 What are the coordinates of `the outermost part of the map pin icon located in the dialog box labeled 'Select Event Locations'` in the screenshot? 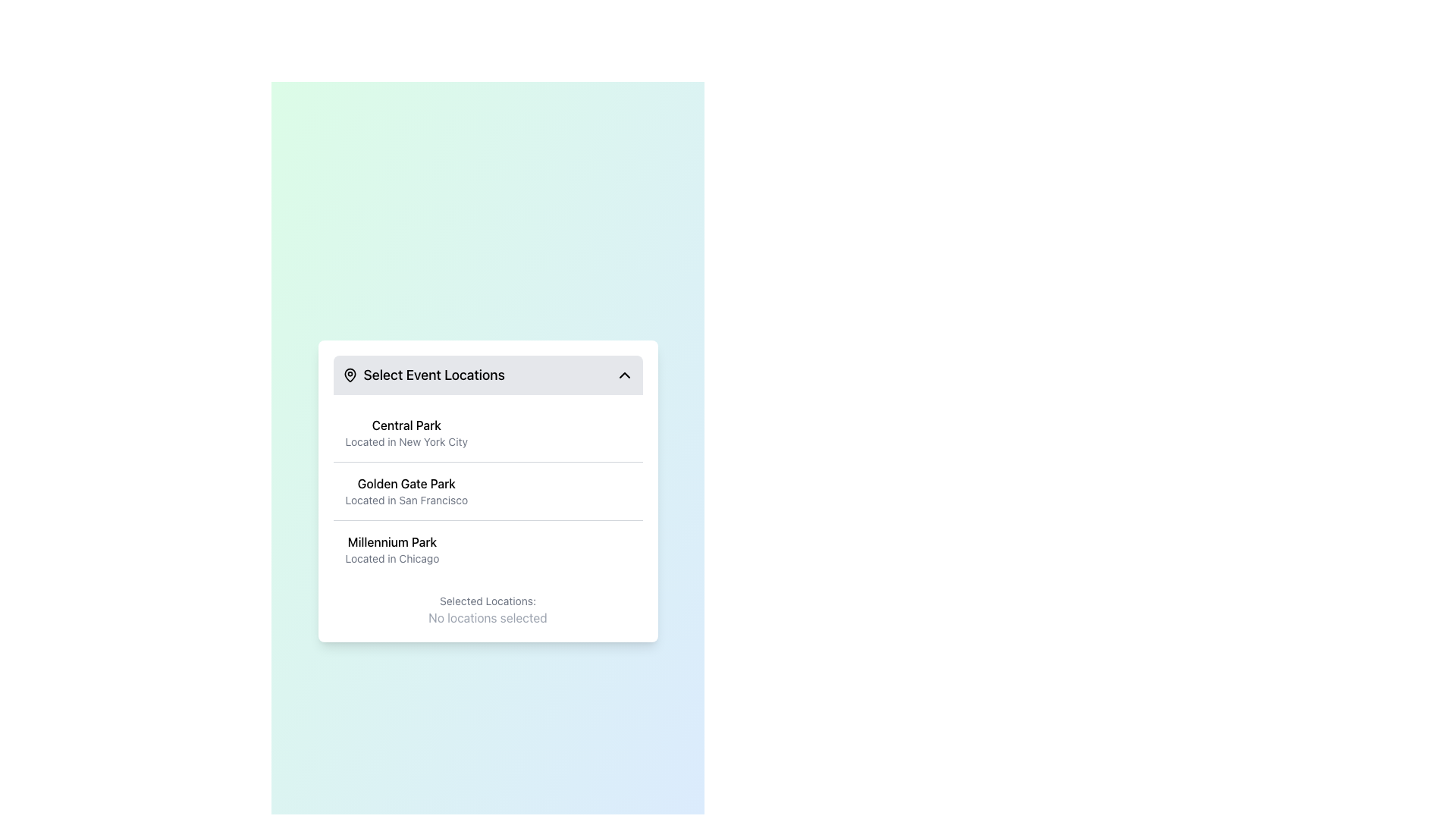 It's located at (349, 375).